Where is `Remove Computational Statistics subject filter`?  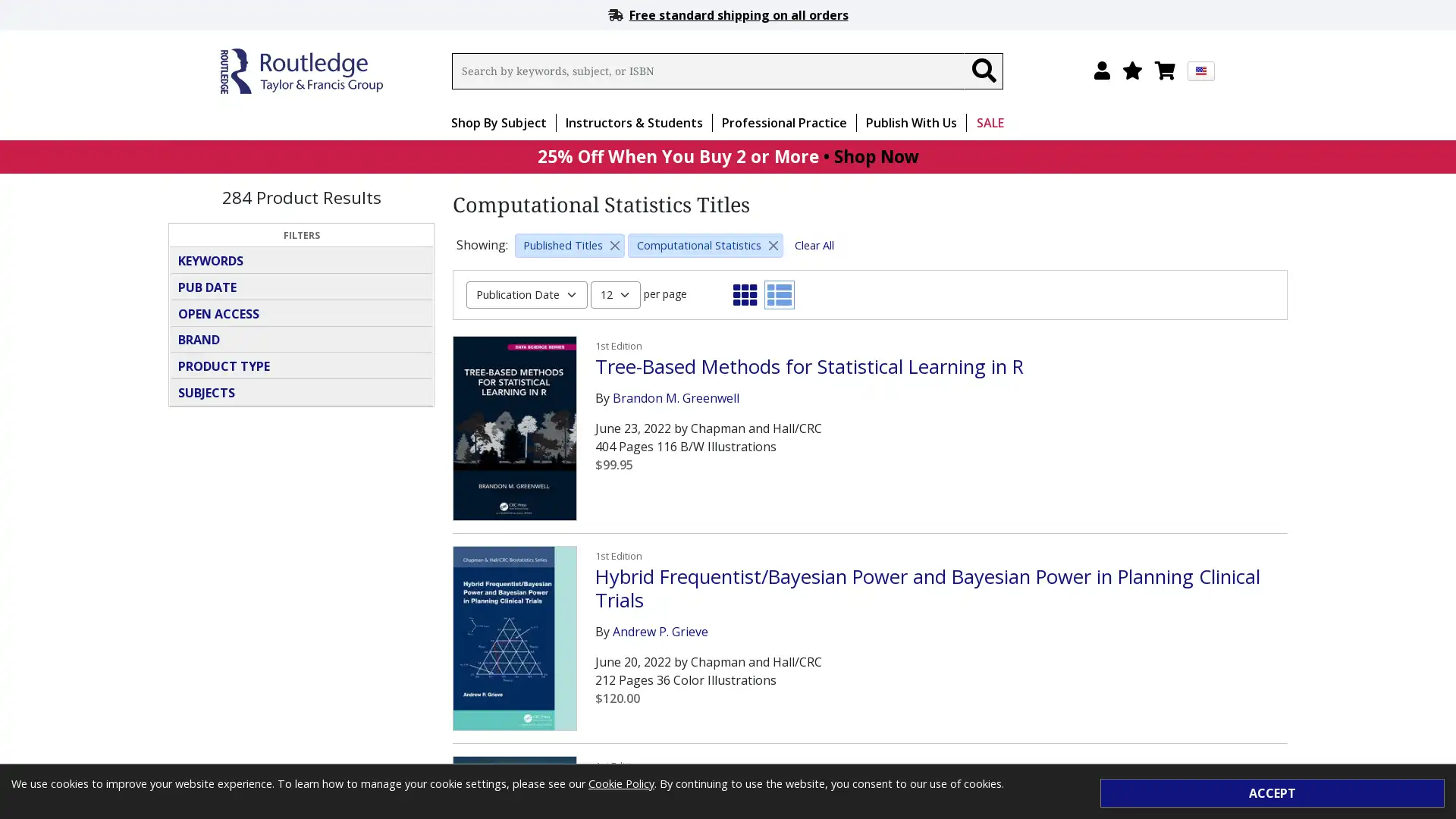 Remove Computational Statistics subject filter is located at coordinates (773, 244).